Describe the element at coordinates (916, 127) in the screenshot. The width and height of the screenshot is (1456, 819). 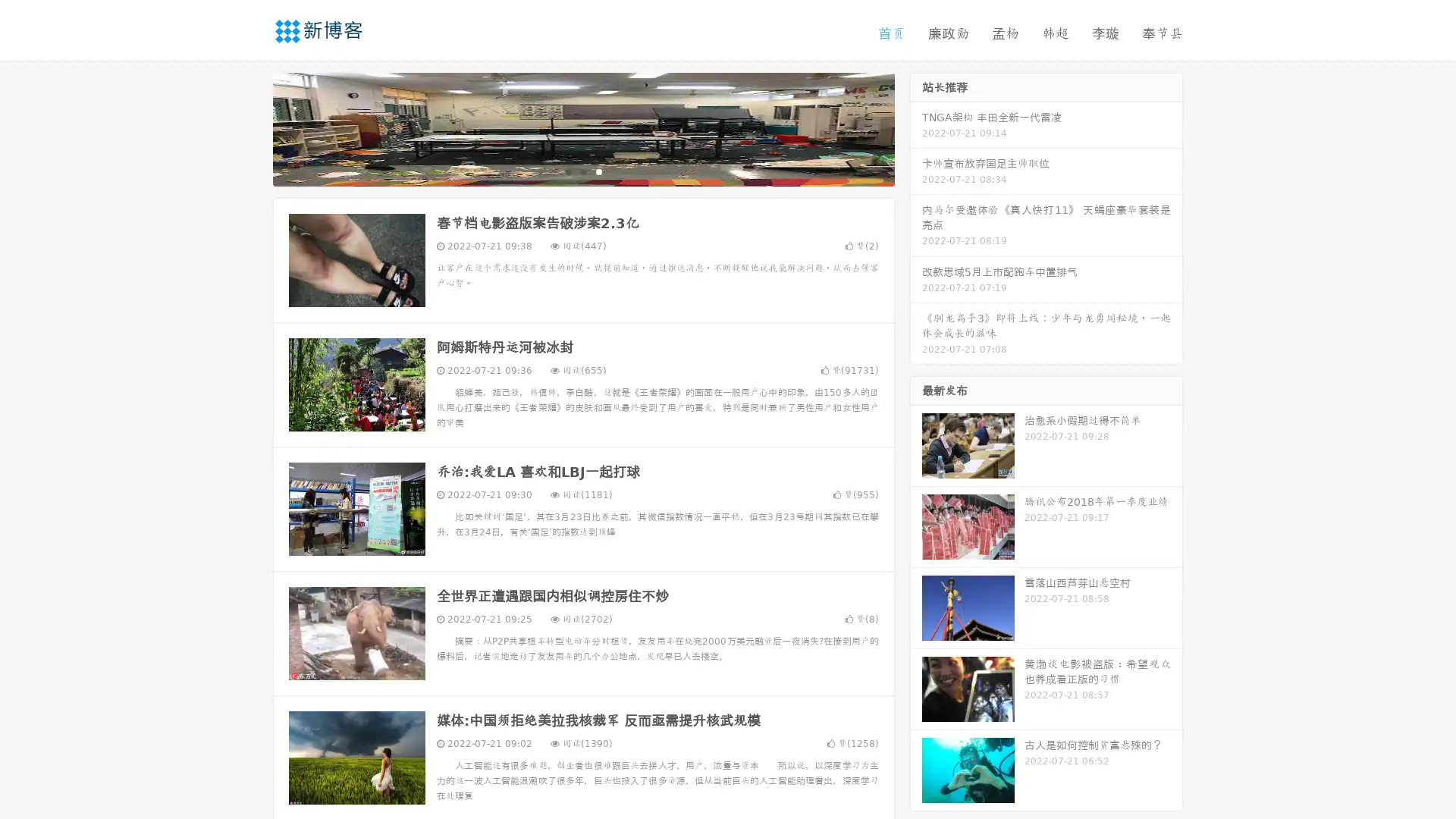
I see `Next slide` at that location.